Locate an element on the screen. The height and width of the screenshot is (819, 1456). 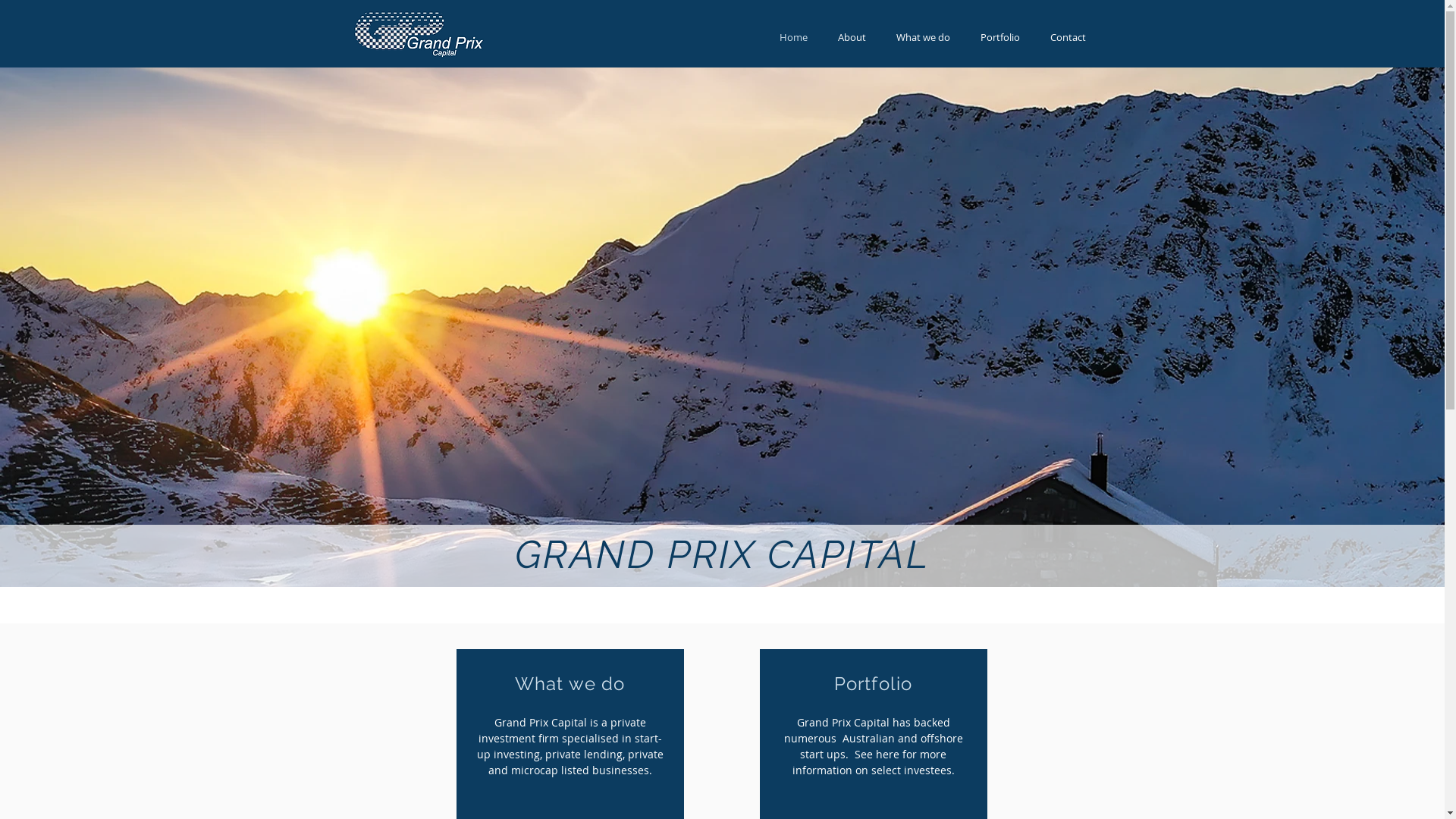
'About' is located at coordinates (821, 36).